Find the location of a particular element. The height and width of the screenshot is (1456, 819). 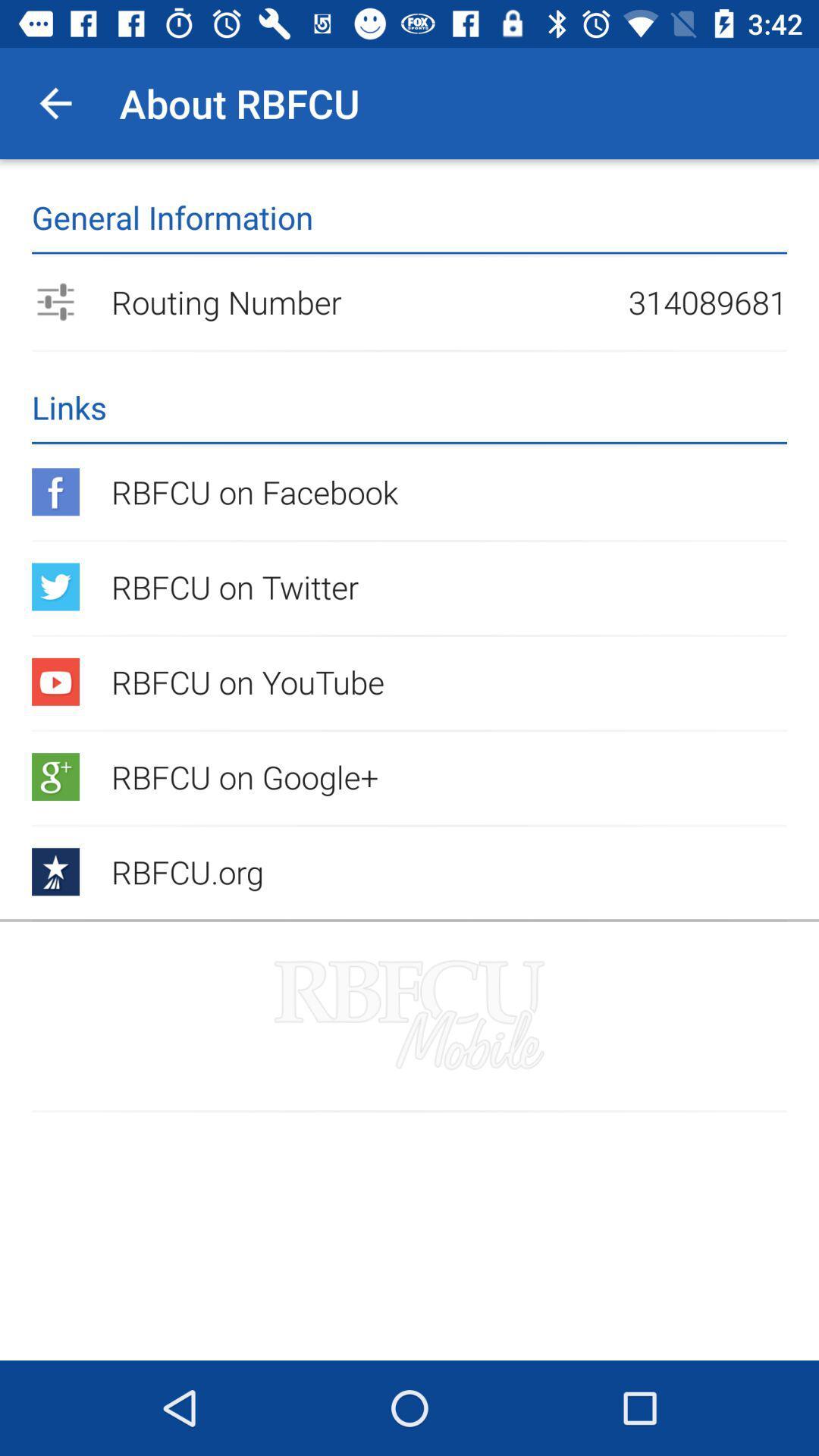

app next to about rbfcu app is located at coordinates (55, 102).